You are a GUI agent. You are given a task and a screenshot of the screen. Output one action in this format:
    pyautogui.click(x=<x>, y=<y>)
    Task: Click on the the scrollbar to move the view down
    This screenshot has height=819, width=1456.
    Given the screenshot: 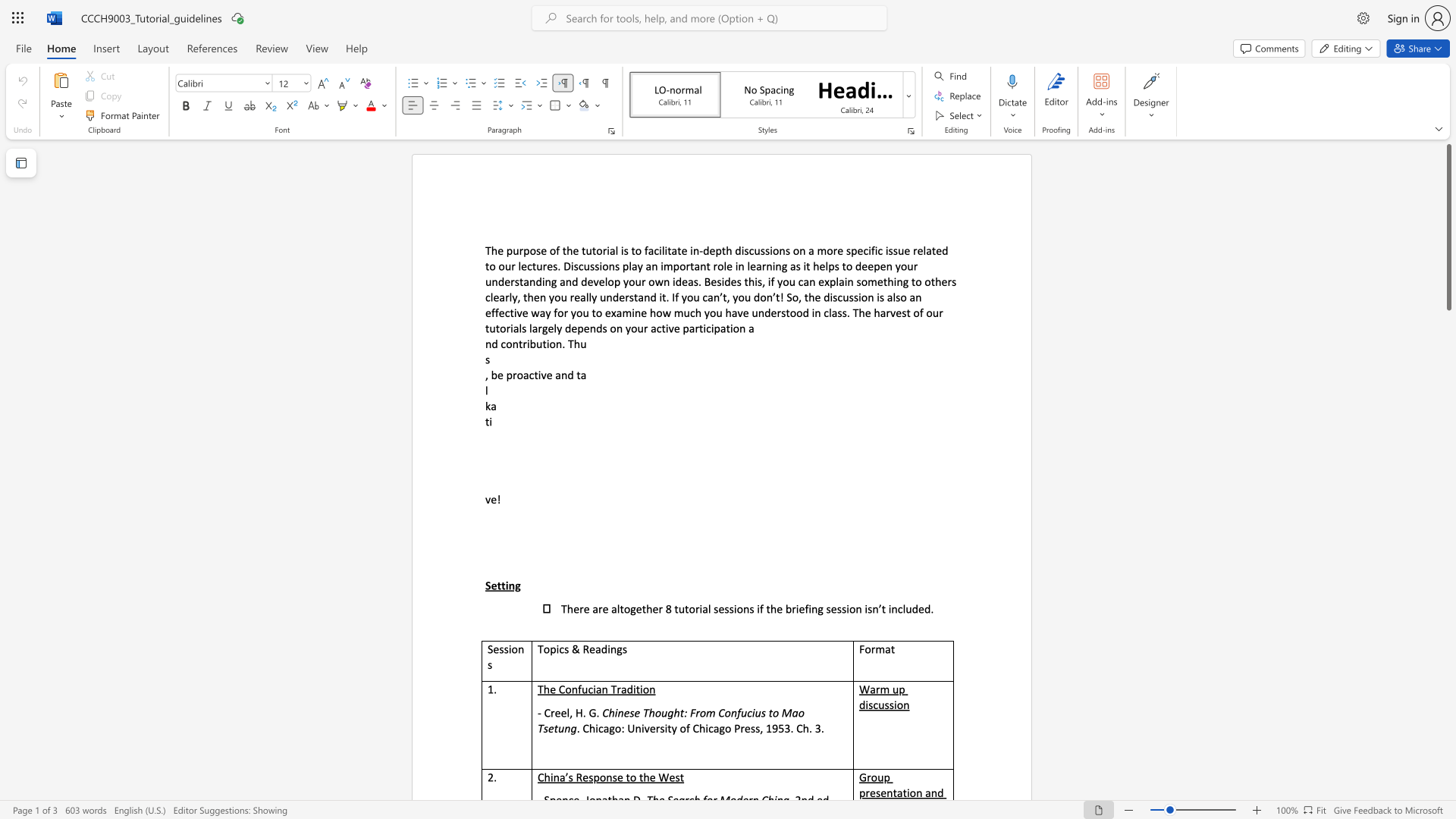 What is the action you would take?
    pyautogui.click(x=1448, y=371)
    